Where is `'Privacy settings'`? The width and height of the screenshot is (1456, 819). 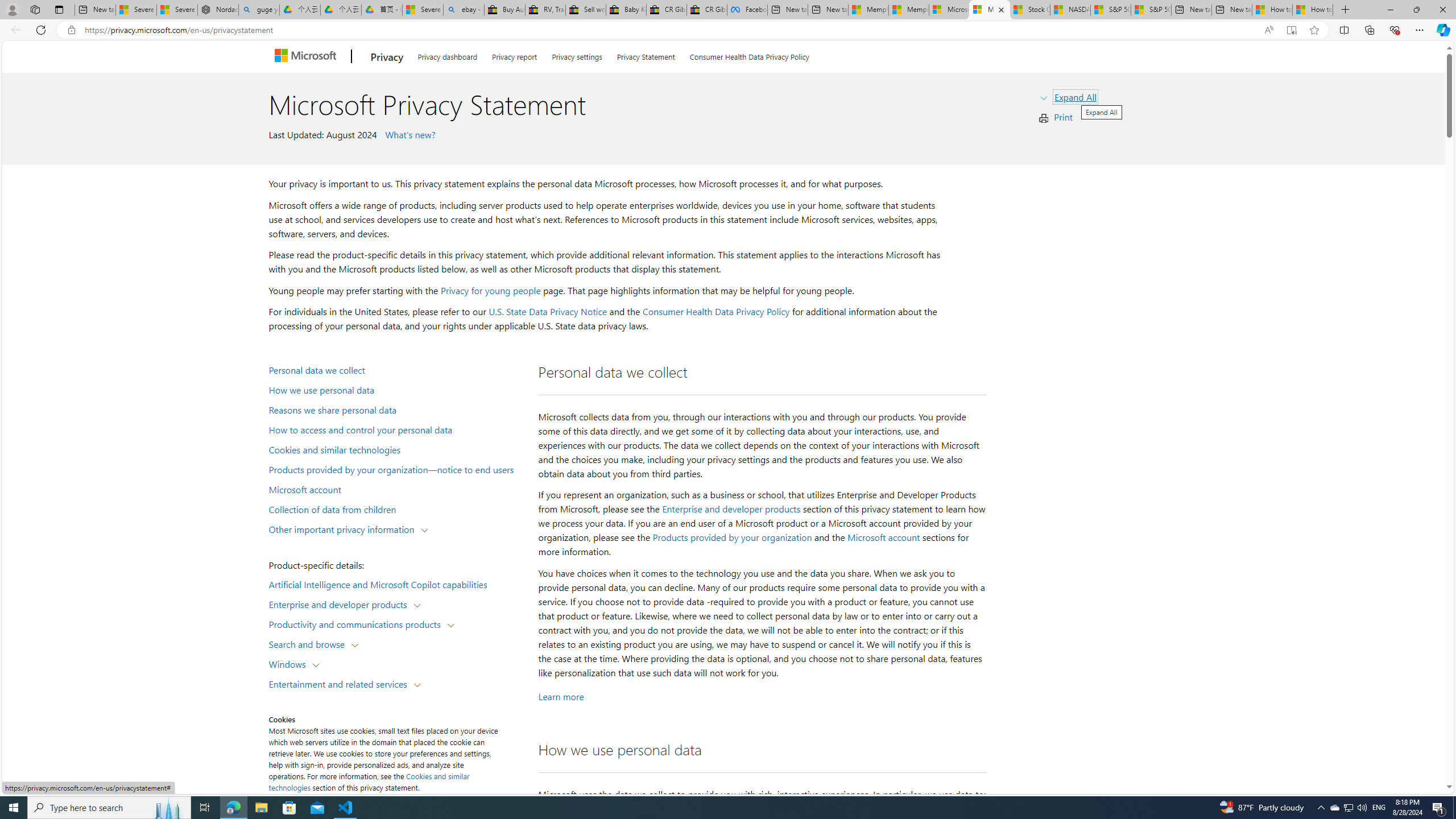 'Privacy settings' is located at coordinates (577, 54).